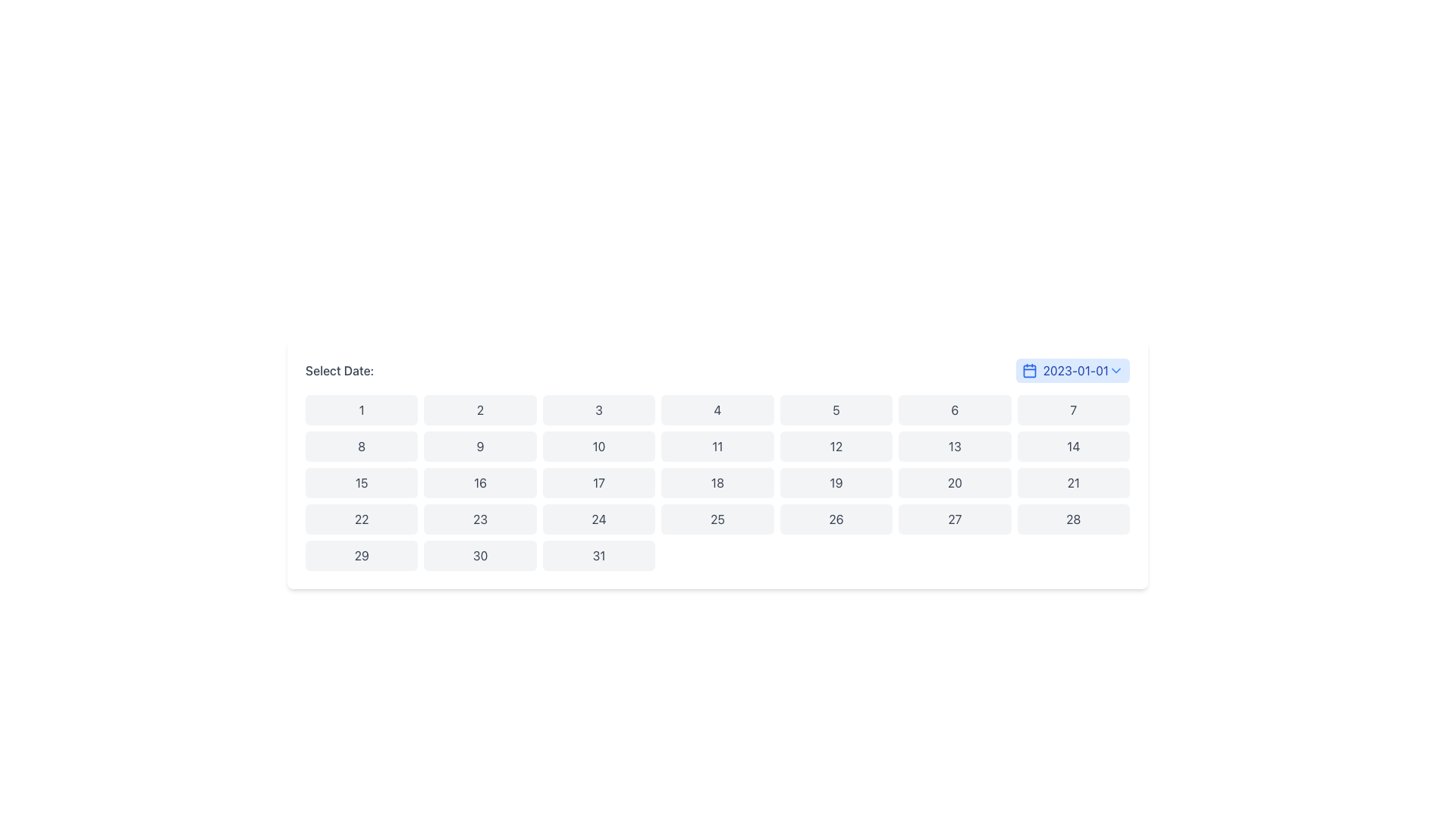 This screenshot has width=1456, height=819. What do you see at coordinates (479, 555) in the screenshot?
I see `the rectangular button labeled '30' with a light gray background` at bounding box center [479, 555].